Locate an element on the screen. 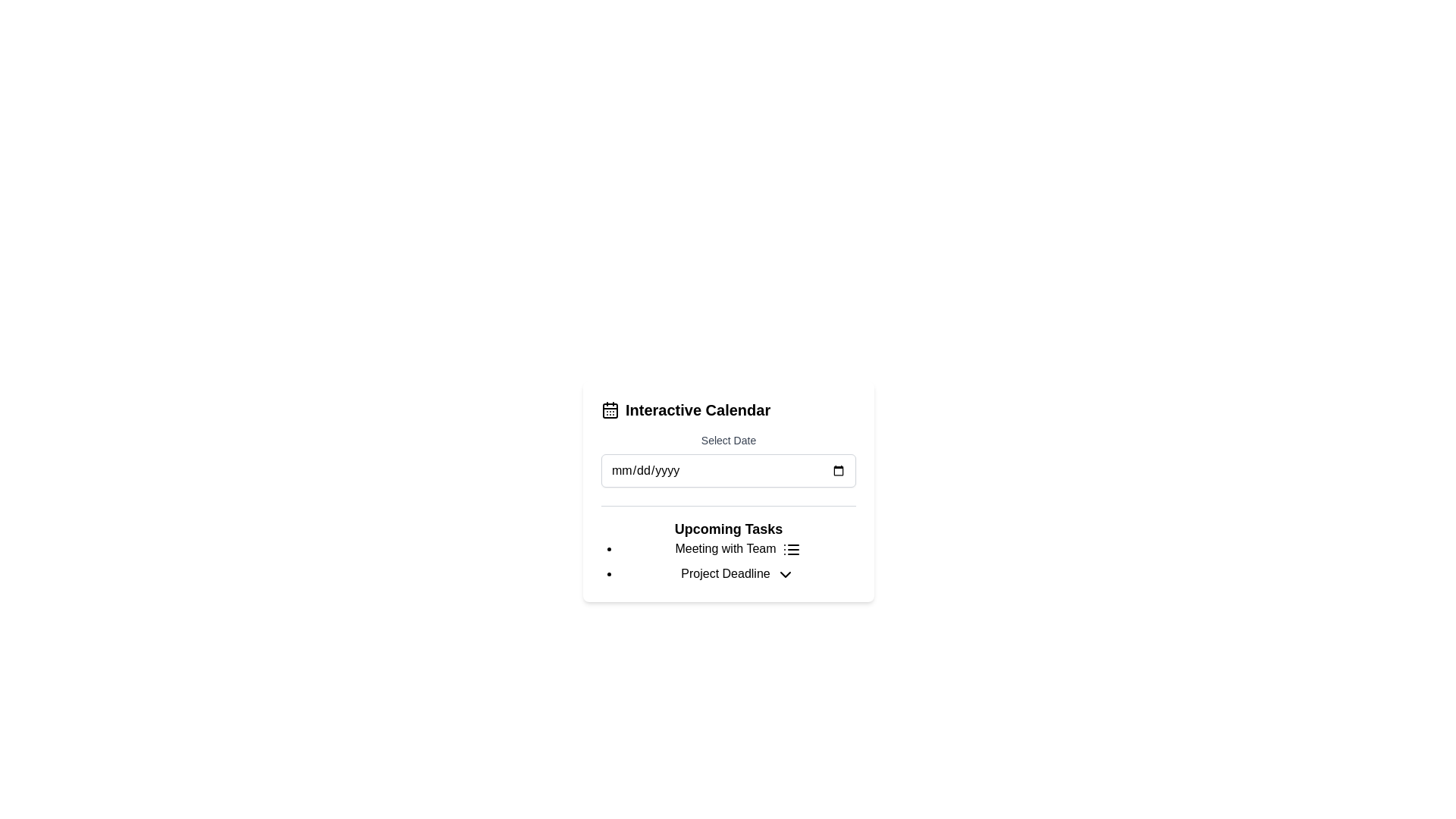  the 'Meeting with Team' text label in the 'Upcoming Tasks' list is located at coordinates (724, 548).